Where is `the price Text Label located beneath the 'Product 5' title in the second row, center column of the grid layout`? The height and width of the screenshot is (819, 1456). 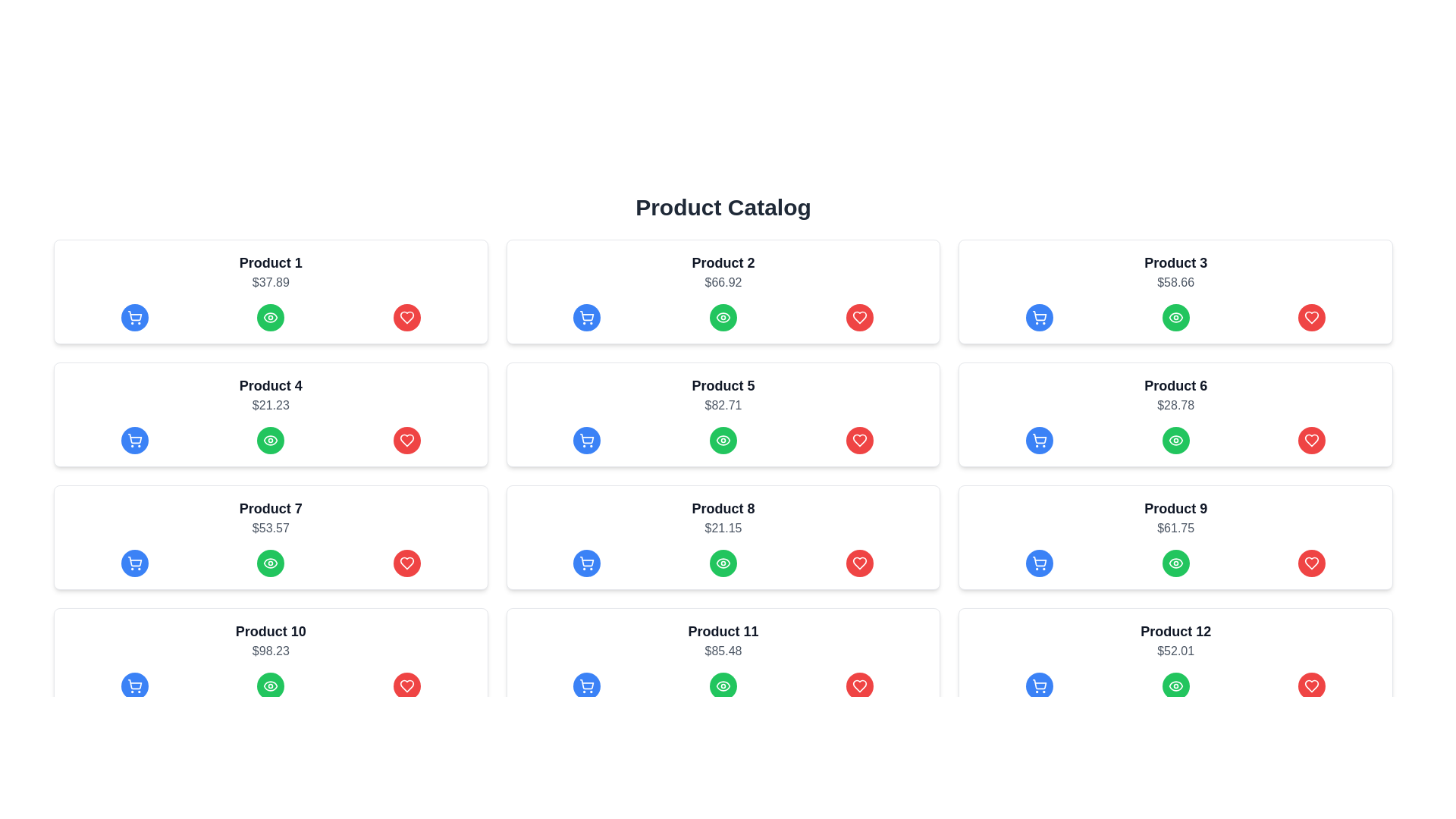
the price Text Label located beneath the 'Product 5' title in the second row, center column of the grid layout is located at coordinates (723, 405).